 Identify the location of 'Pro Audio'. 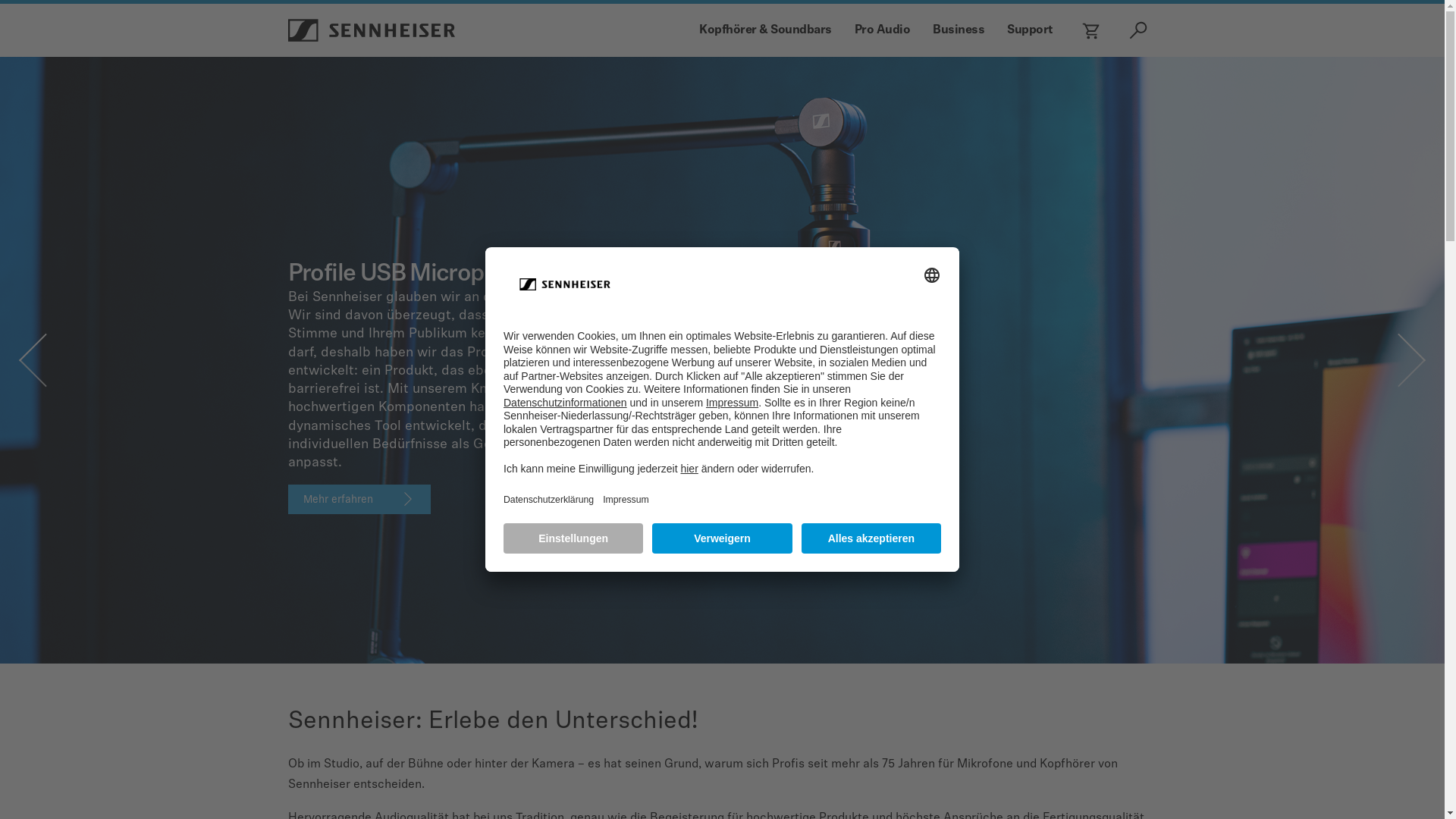
(854, 30).